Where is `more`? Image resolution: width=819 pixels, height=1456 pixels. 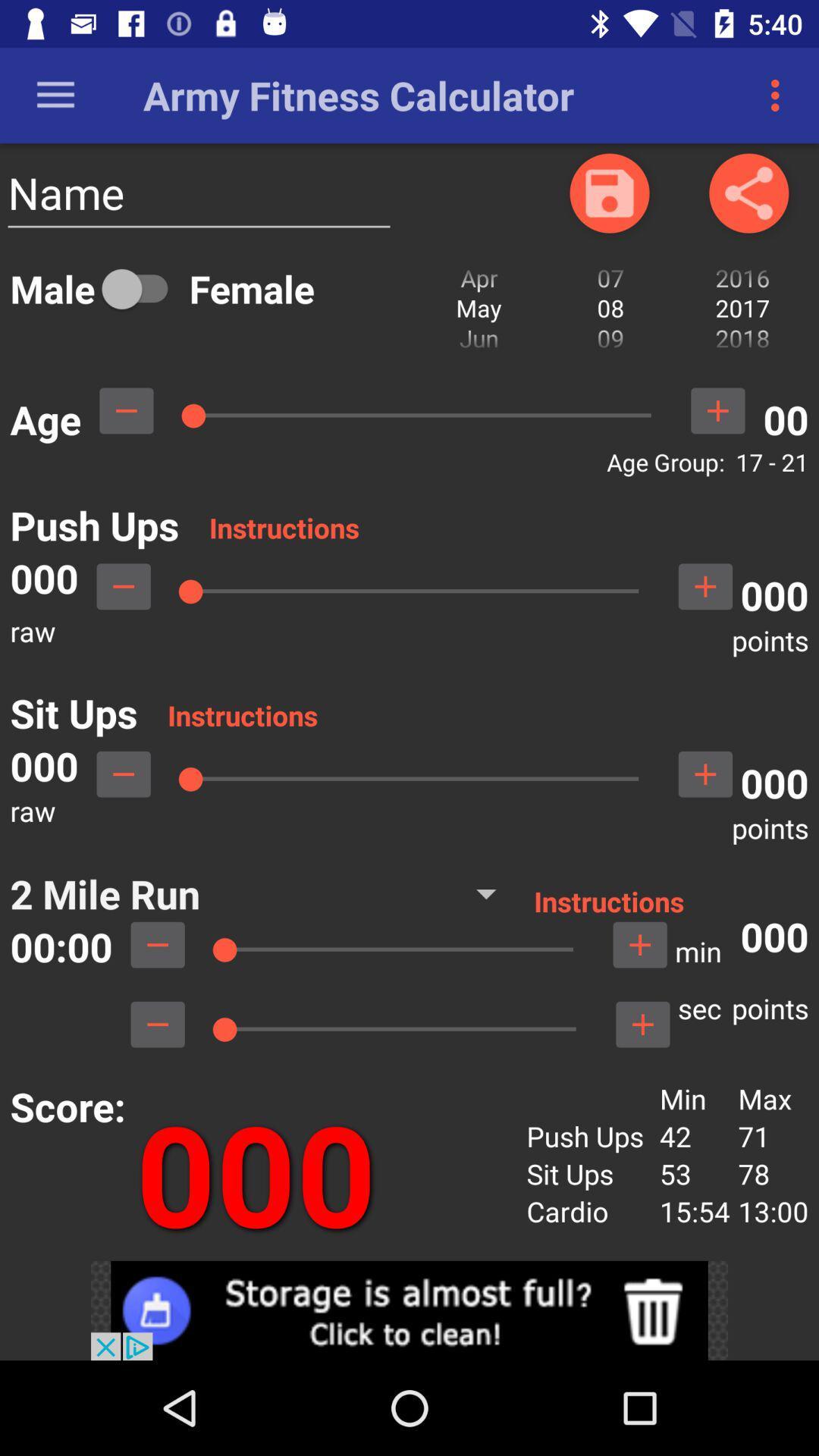
more is located at coordinates (705, 774).